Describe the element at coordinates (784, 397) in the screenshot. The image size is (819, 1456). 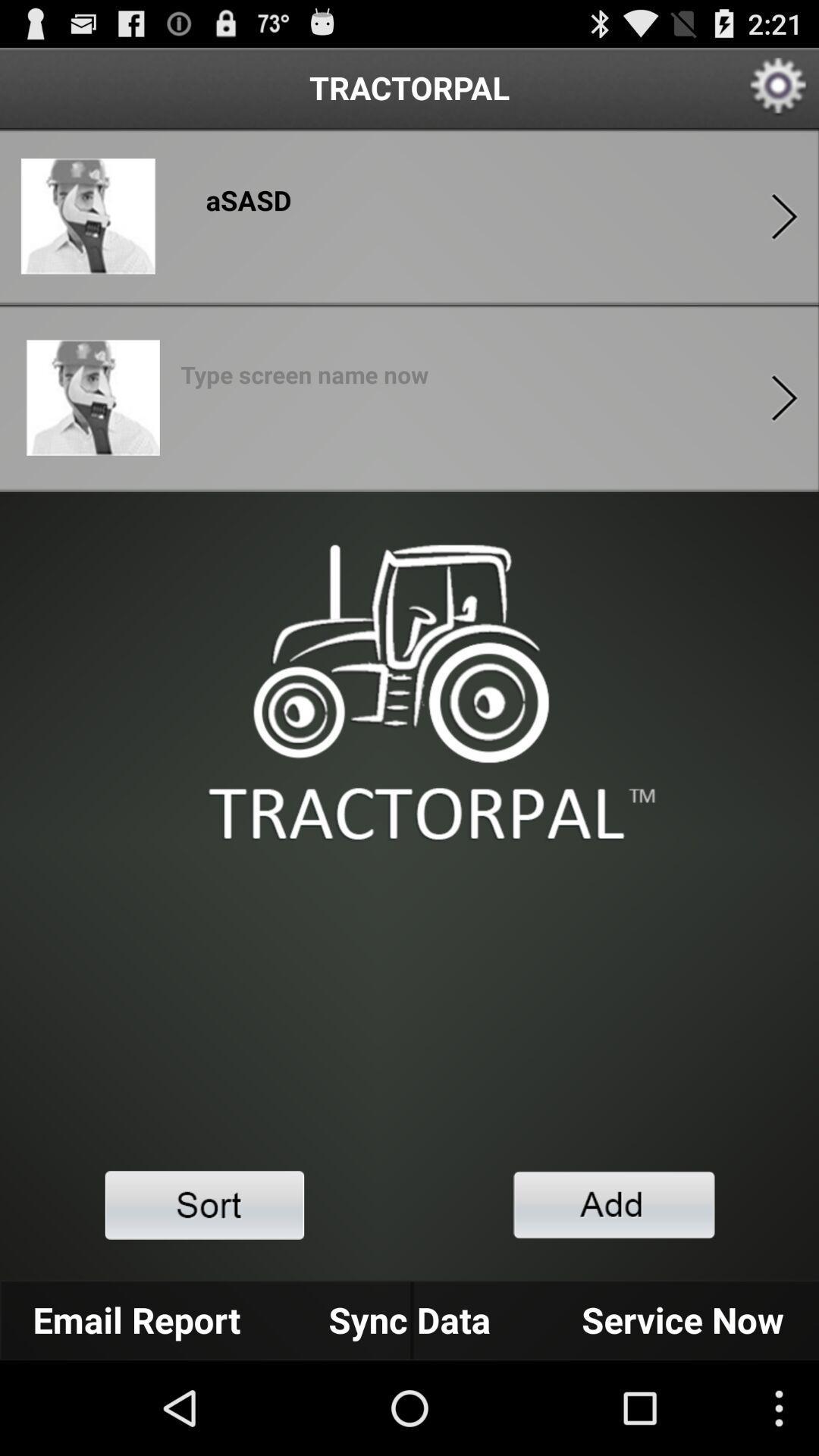
I see `options page` at that location.